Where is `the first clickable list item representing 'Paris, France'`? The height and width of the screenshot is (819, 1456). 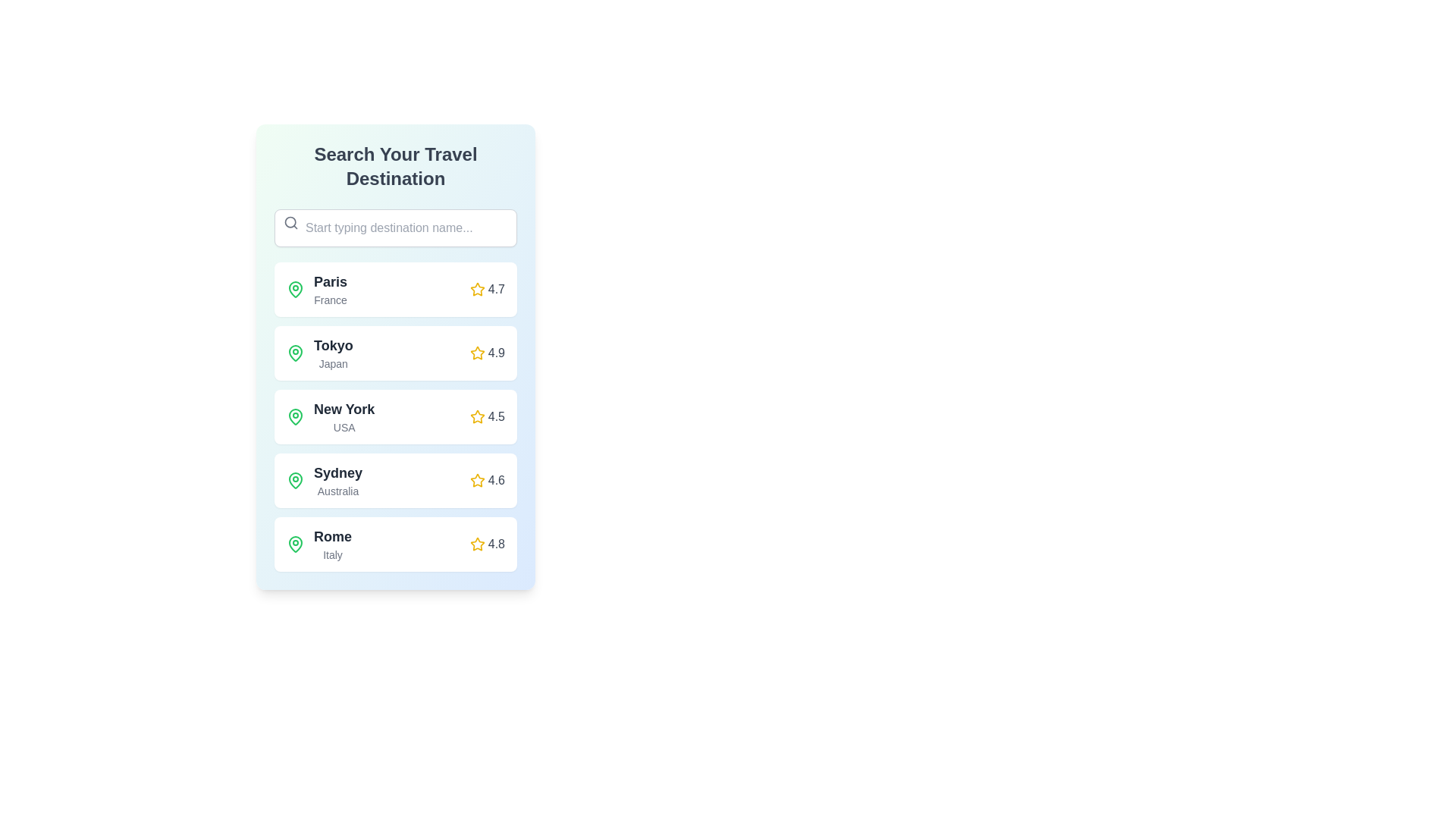
the first clickable list item representing 'Paris, France' is located at coordinates (396, 289).